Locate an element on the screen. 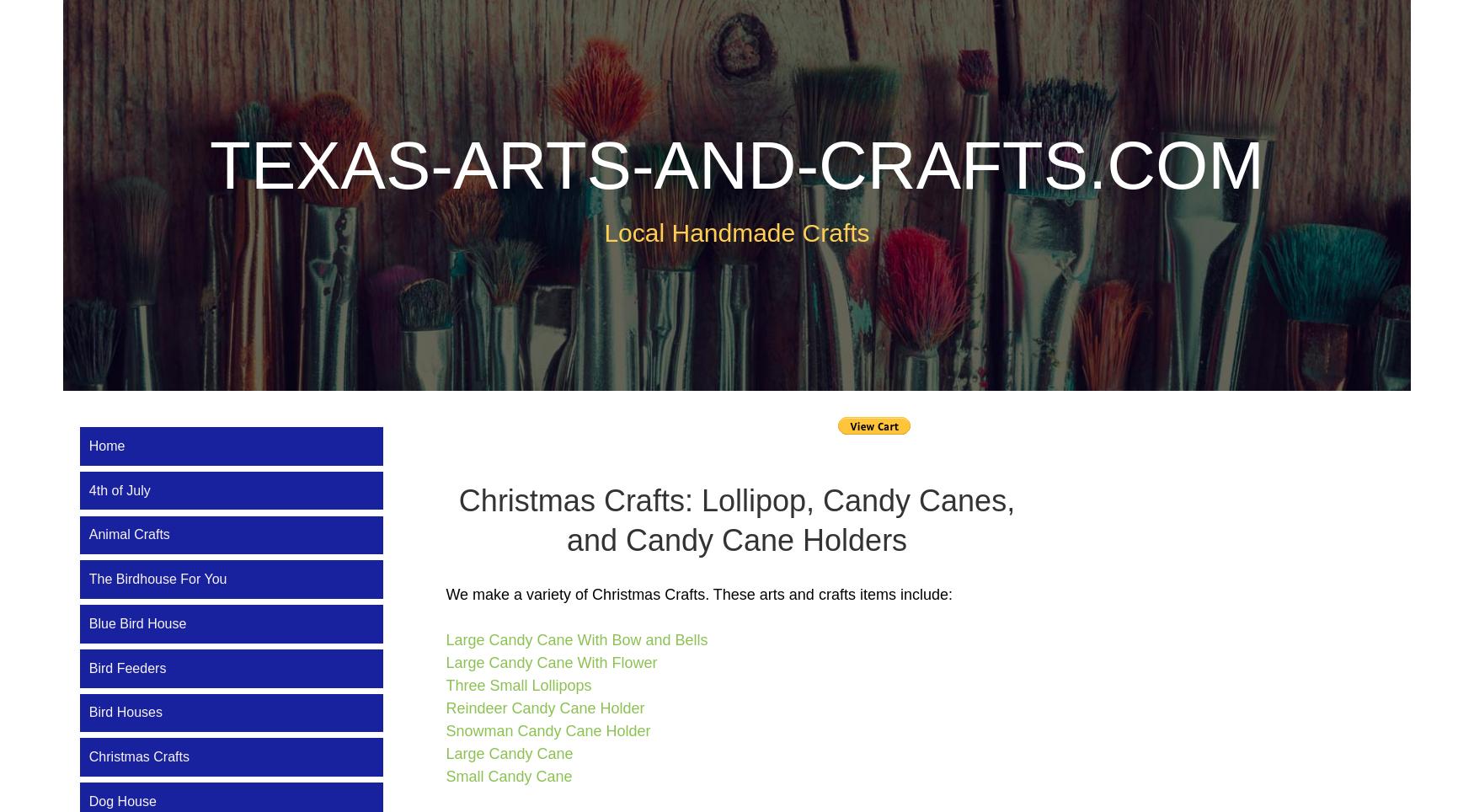 The width and height of the screenshot is (1474, 812). 'Animal Crafts' is located at coordinates (88, 534).